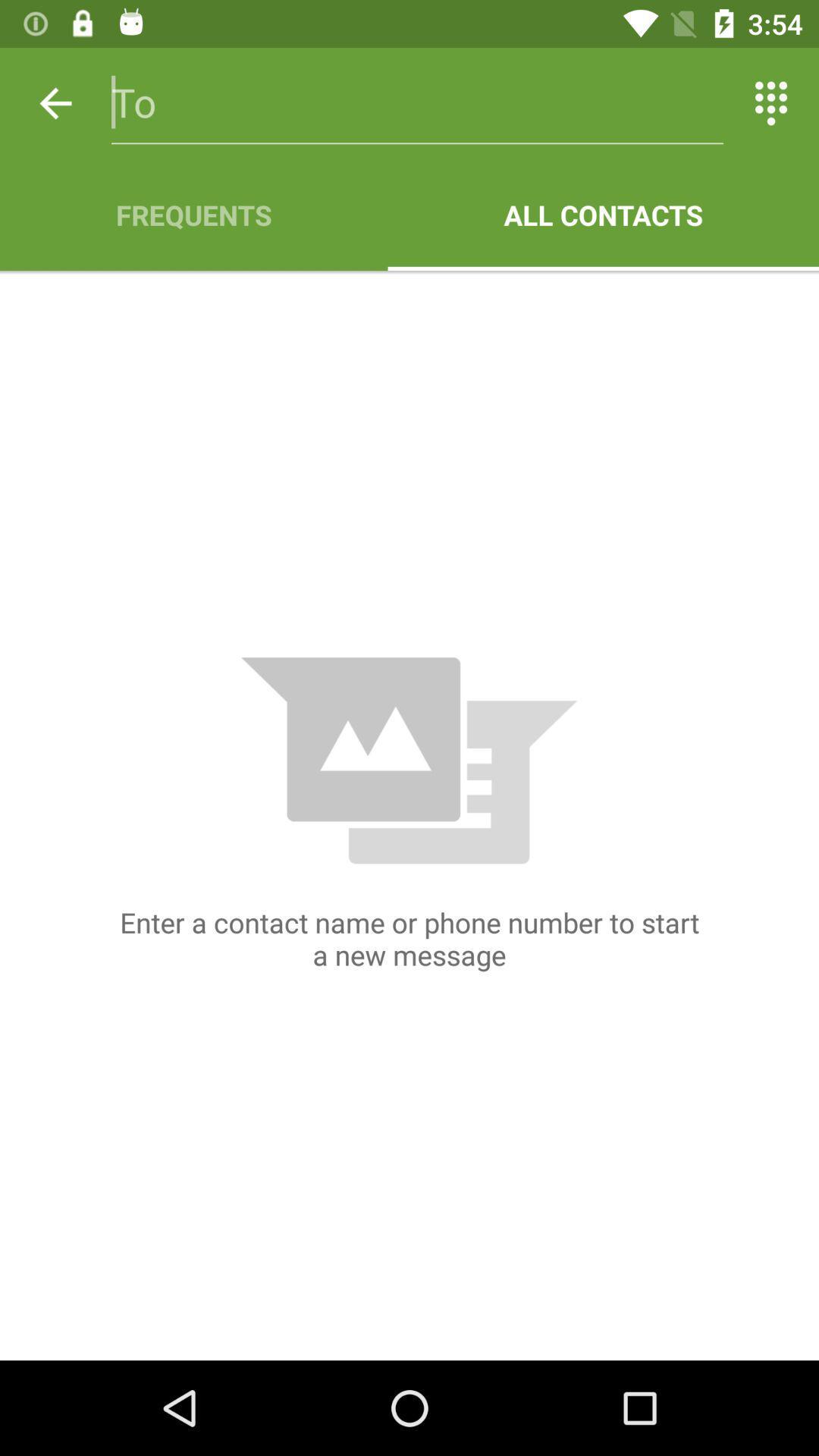 This screenshot has width=819, height=1456. What do you see at coordinates (193, 214) in the screenshot?
I see `frequents` at bounding box center [193, 214].